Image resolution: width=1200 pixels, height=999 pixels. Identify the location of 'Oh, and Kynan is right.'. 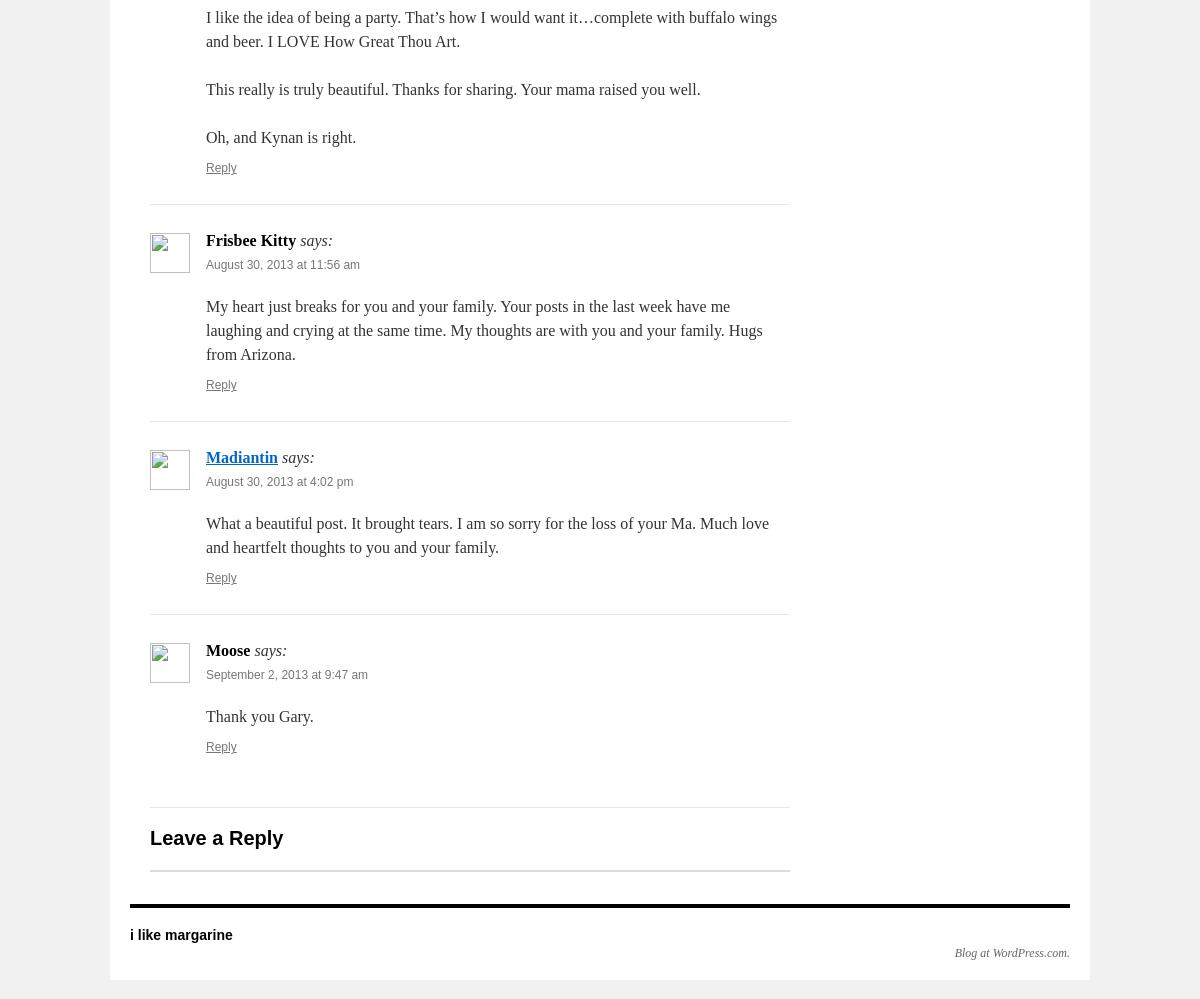
(280, 137).